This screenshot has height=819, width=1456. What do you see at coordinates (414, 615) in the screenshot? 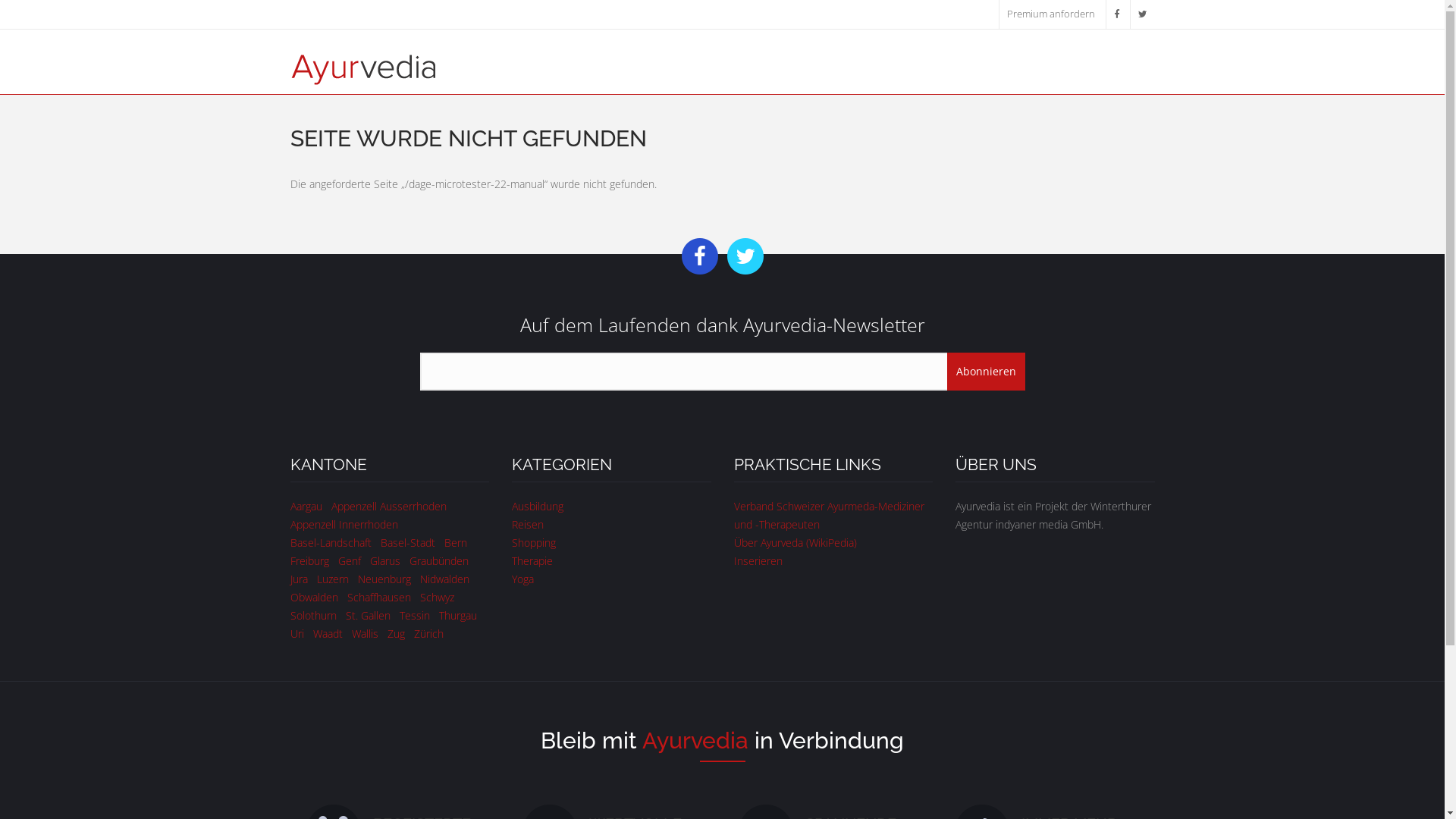
I see `'Tessin'` at bounding box center [414, 615].